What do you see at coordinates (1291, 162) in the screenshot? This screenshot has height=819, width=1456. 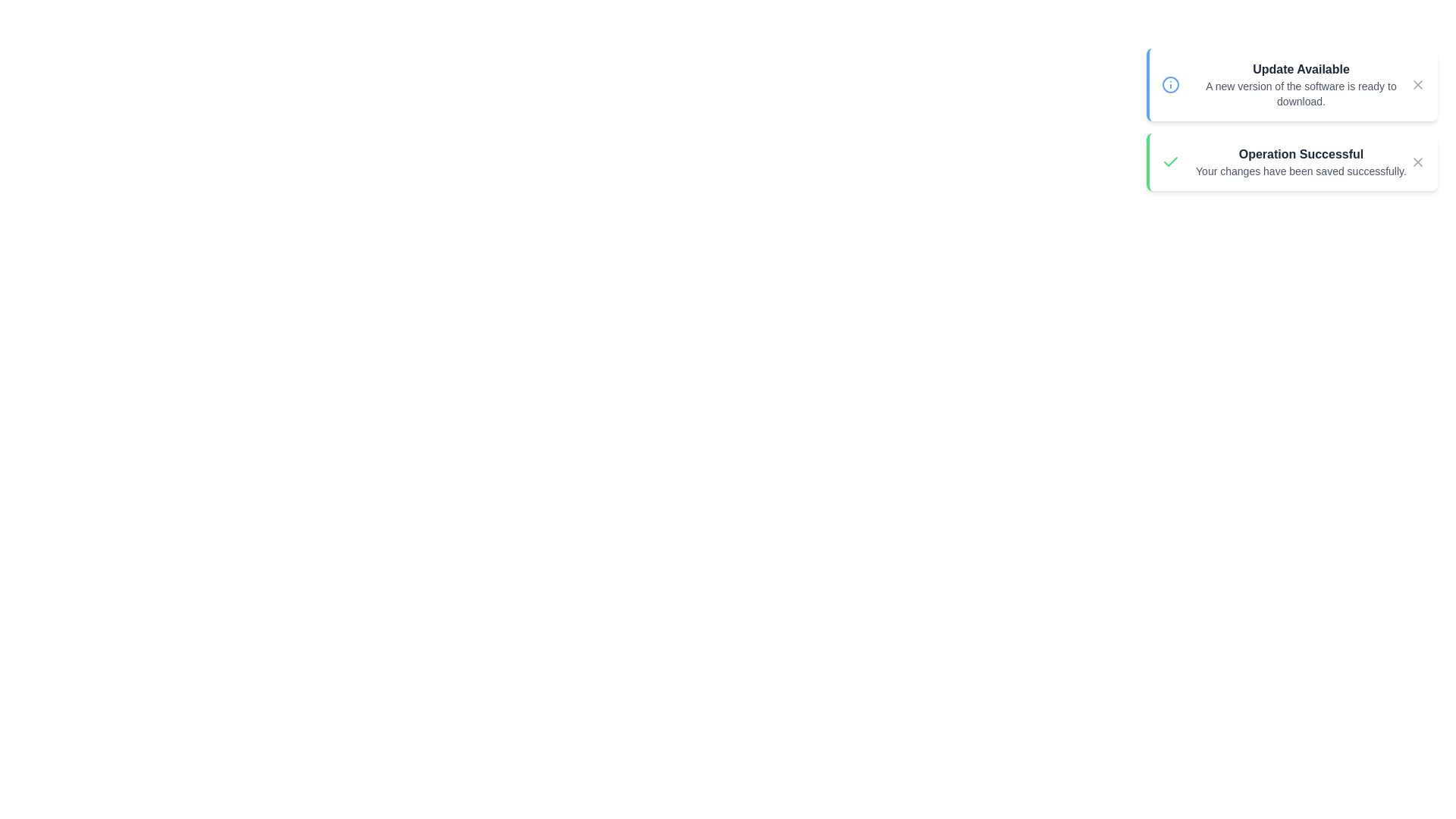 I see `the Notification panel that displays a confirmation message for the user indicating that their operation was successful, located beneath the blue 'Update Available' message` at bounding box center [1291, 162].